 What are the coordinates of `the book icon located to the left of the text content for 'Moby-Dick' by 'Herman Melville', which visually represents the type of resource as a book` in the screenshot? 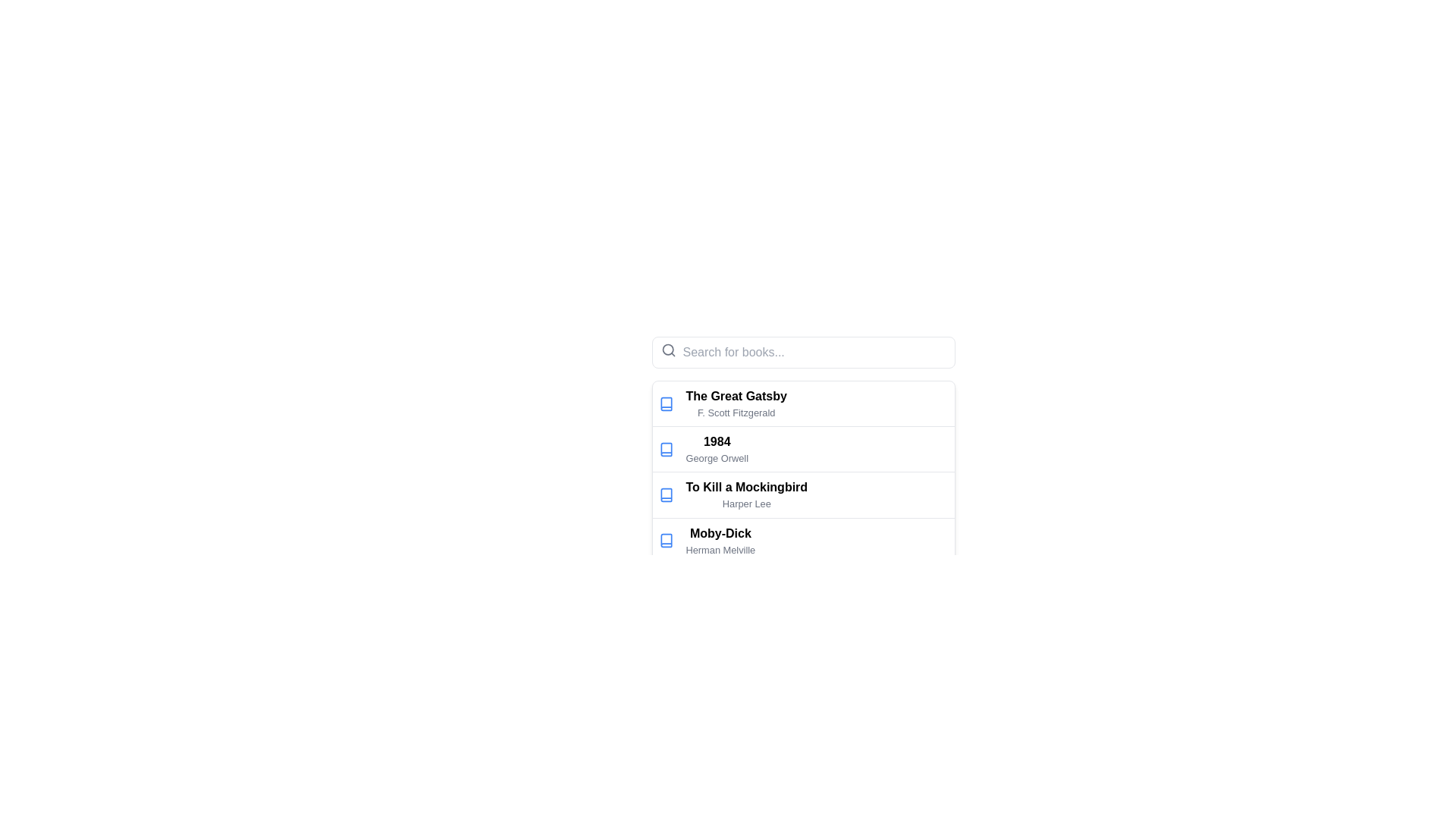 It's located at (666, 540).